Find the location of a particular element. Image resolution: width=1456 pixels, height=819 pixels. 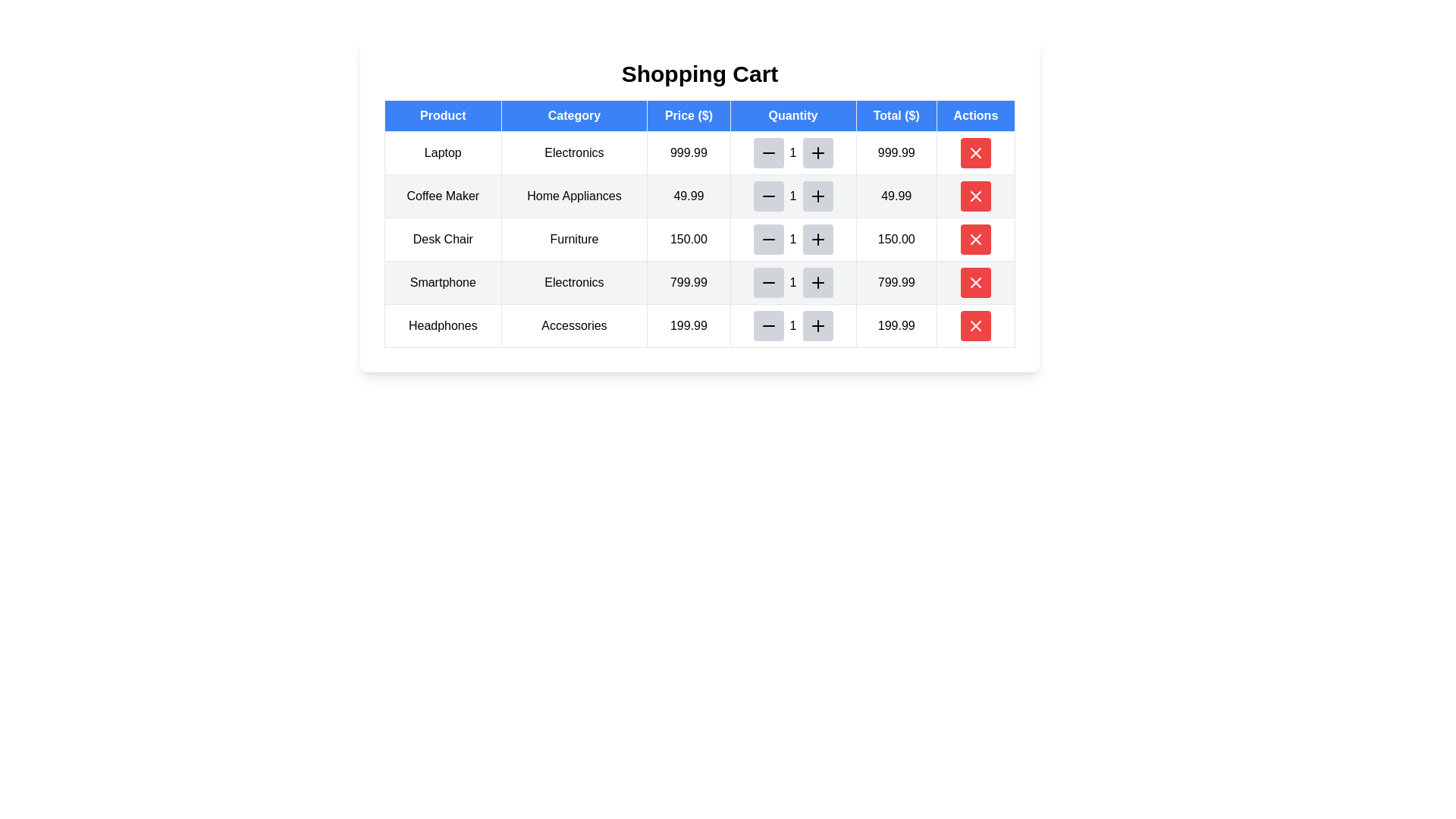

the delete button in the fifth row under the 'Actions' column is located at coordinates (975, 283).